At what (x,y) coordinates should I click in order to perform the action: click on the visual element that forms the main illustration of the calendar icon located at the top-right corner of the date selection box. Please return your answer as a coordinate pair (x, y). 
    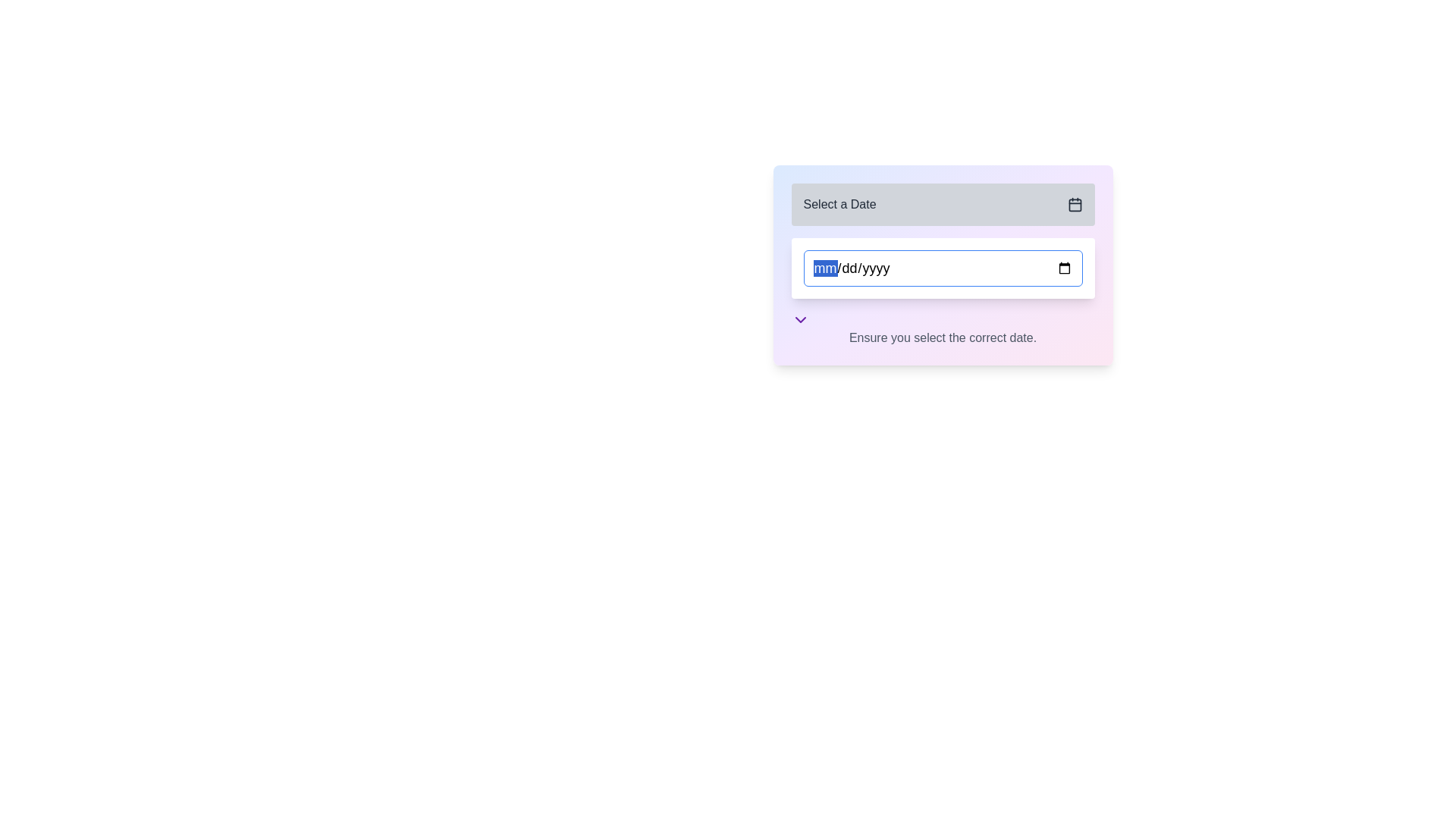
    Looking at the image, I should click on (1074, 205).